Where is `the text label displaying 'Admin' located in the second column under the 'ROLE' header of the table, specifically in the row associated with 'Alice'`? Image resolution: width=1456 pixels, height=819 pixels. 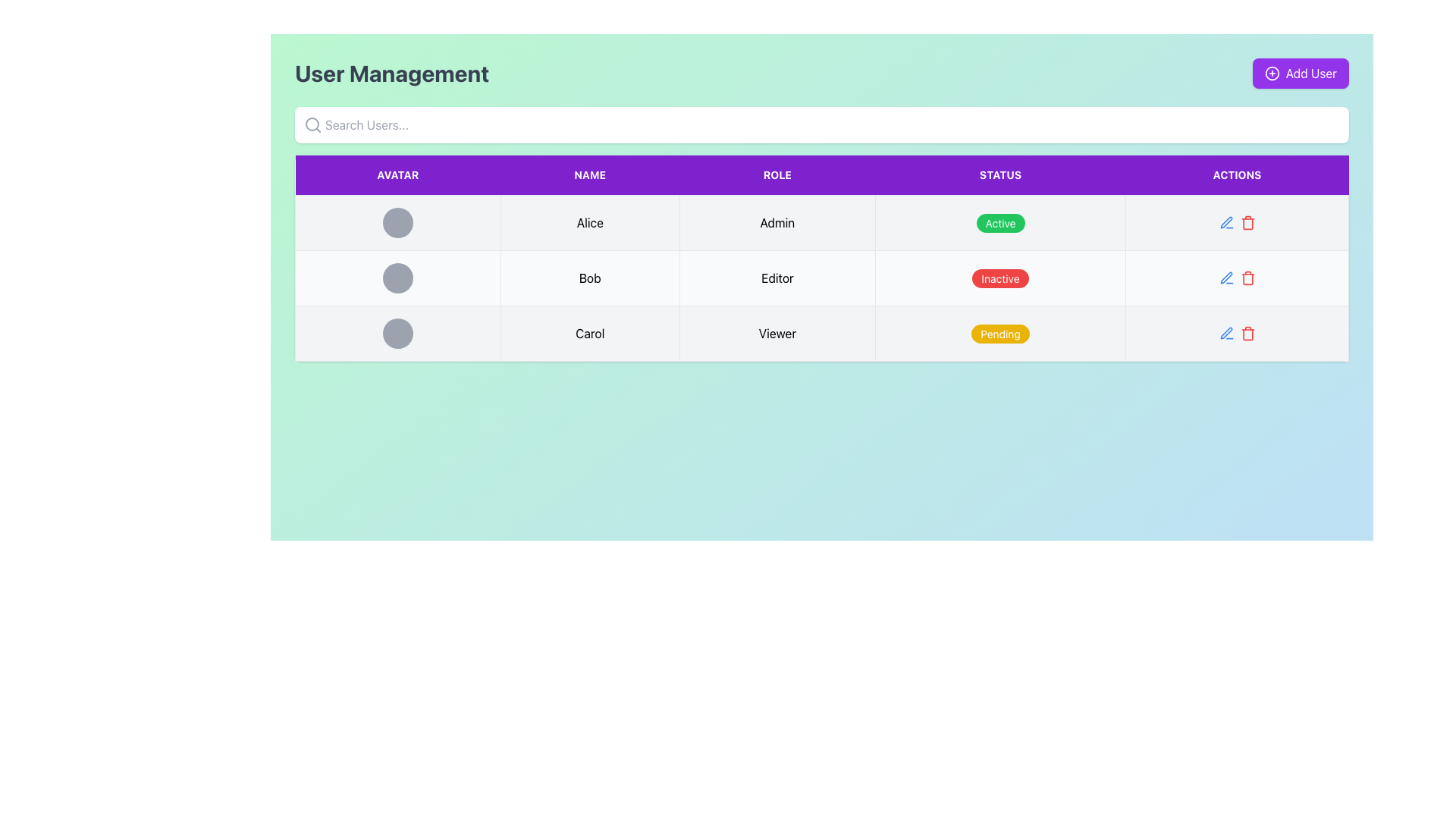 the text label displaying 'Admin' located in the second column under the 'ROLE' header of the table, specifically in the row associated with 'Alice' is located at coordinates (777, 222).